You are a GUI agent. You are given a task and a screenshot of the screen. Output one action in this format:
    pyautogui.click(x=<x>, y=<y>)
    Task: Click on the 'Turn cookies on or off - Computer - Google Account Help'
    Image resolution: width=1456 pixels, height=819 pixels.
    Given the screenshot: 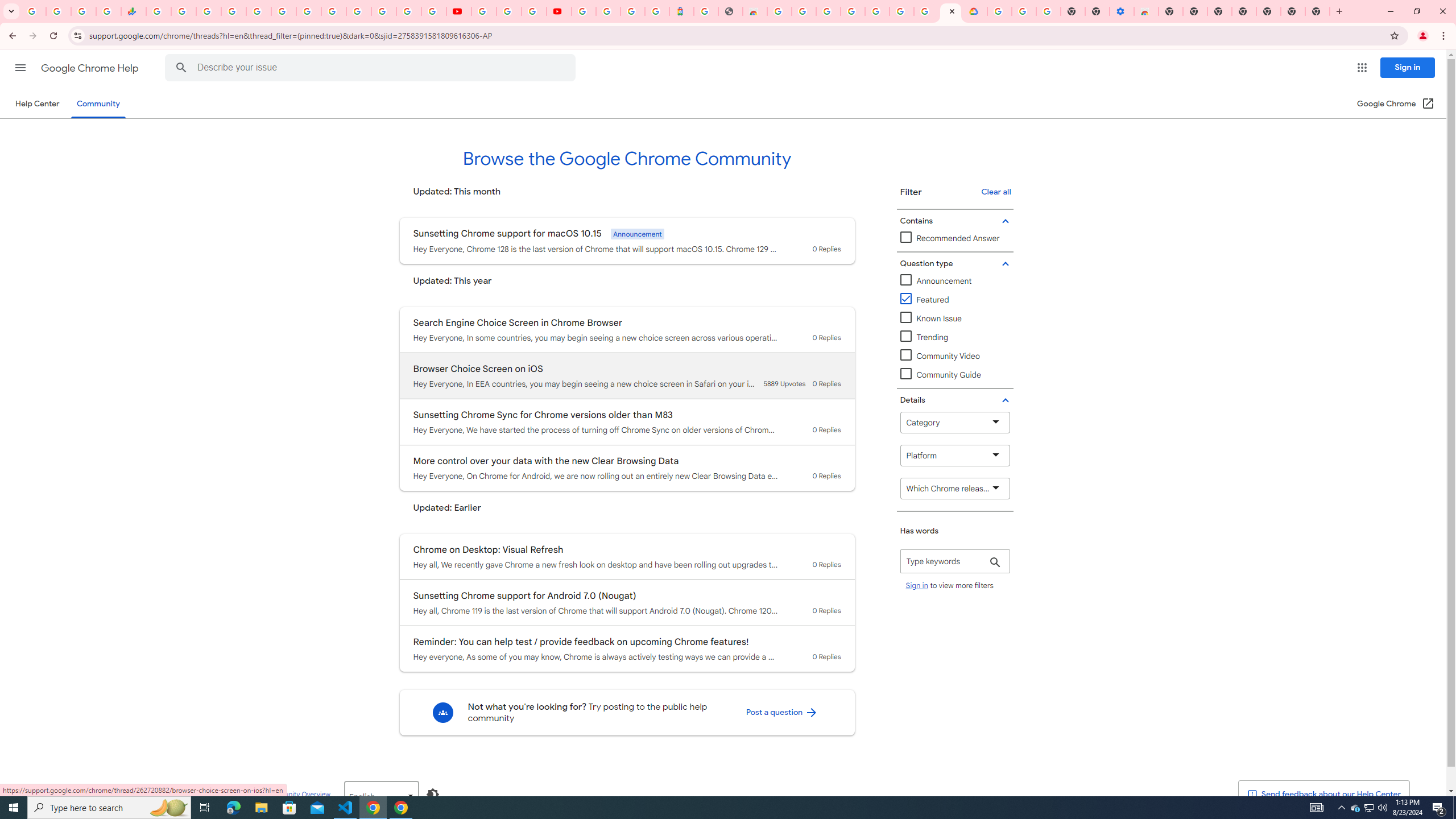 What is the action you would take?
    pyautogui.click(x=1048, y=11)
    